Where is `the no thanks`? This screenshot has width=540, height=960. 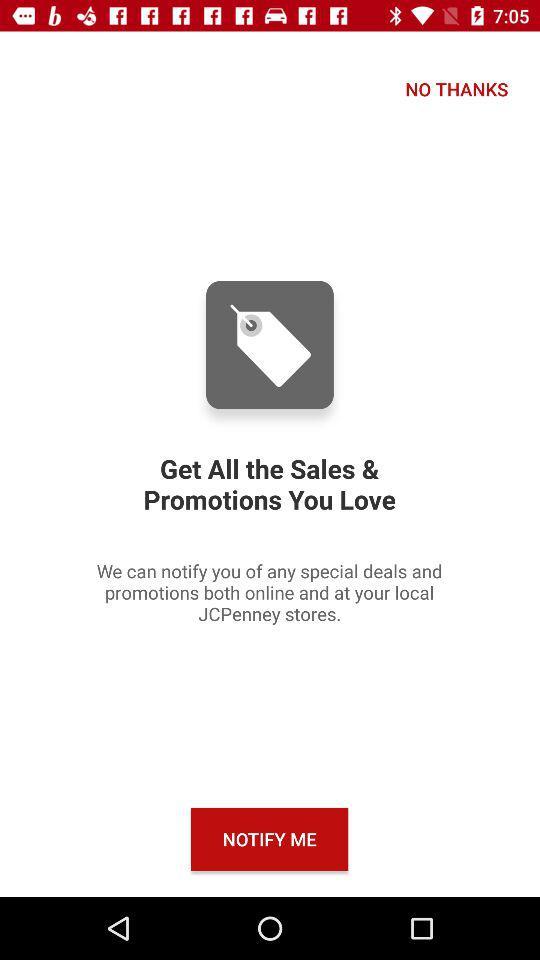
the no thanks is located at coordinates (456, 89).